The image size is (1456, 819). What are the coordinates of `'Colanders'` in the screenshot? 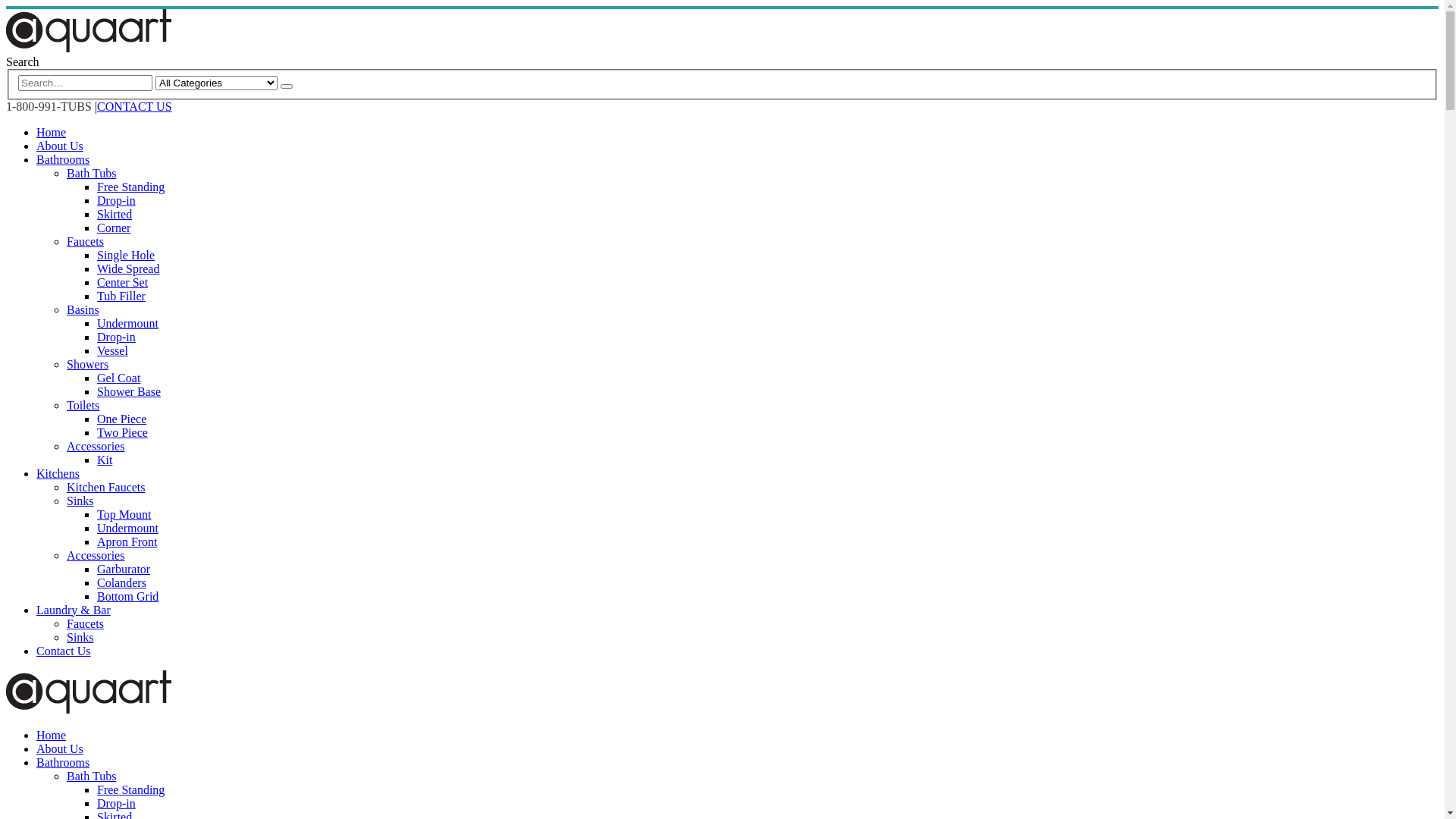 It's located at (96, 582).